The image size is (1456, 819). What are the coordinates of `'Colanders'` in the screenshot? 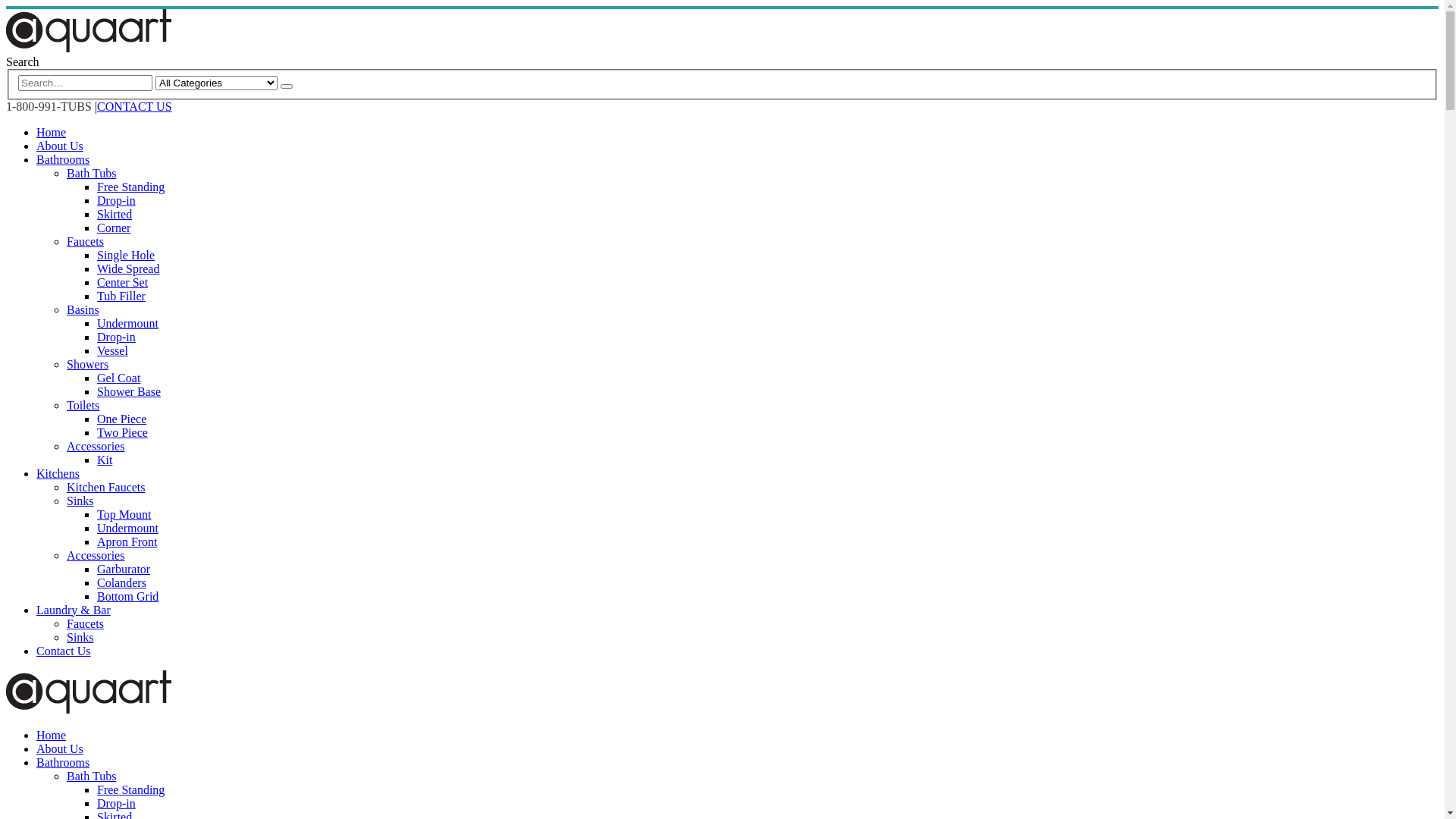 It's located at (96, 582).